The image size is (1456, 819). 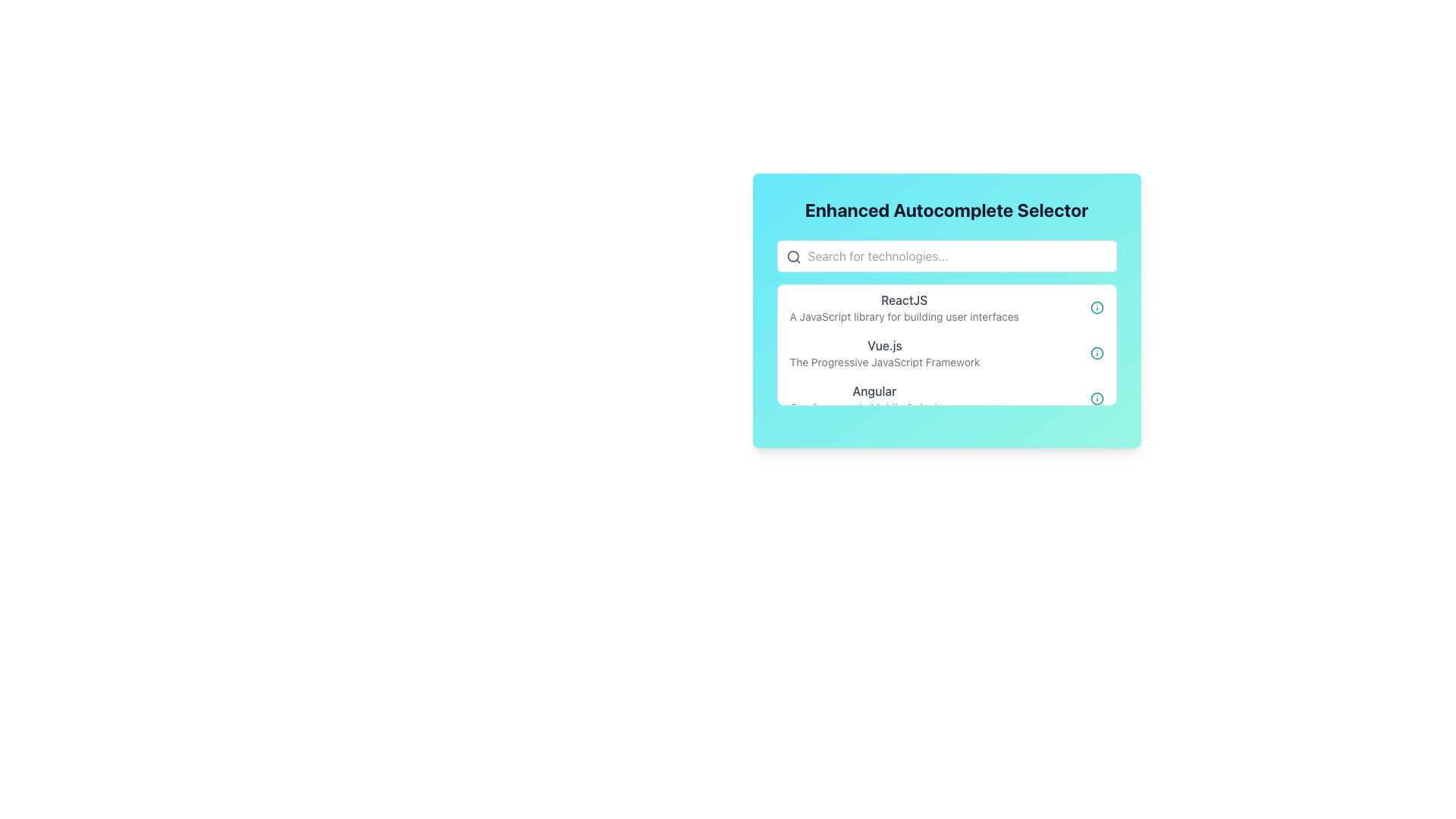 I want to click on the circular information icon with a teal outline, located to the far right of the 'Angular' list item in the Enhanced Autocomplete Selector section, so click(x=1097, y=397).